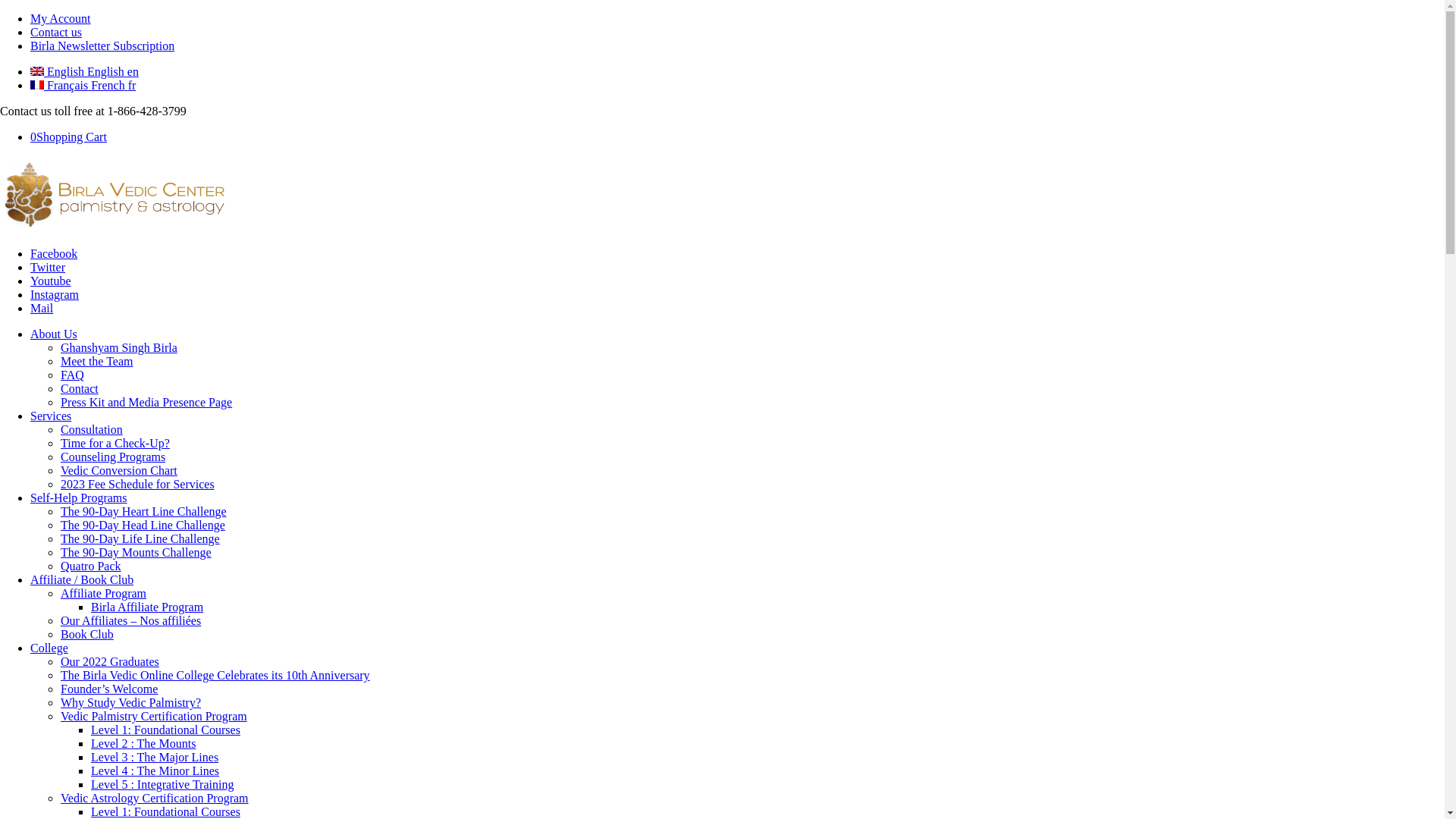 The width and height of the screenshot is (1456, 819). I want to click on 'English', so click(36, 71).